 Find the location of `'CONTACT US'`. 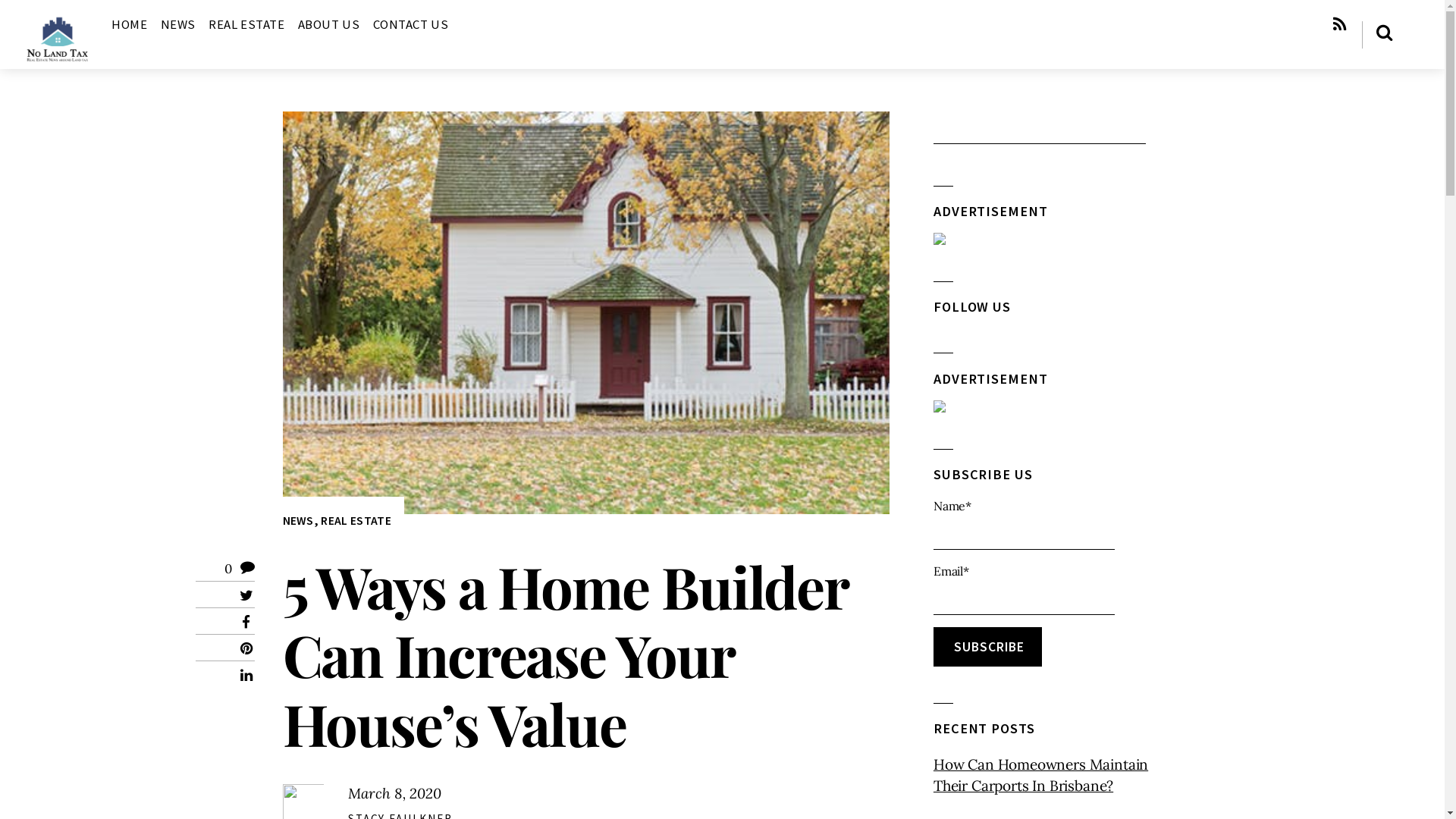

'CONTACT US' is located at coordinates (410, 24).